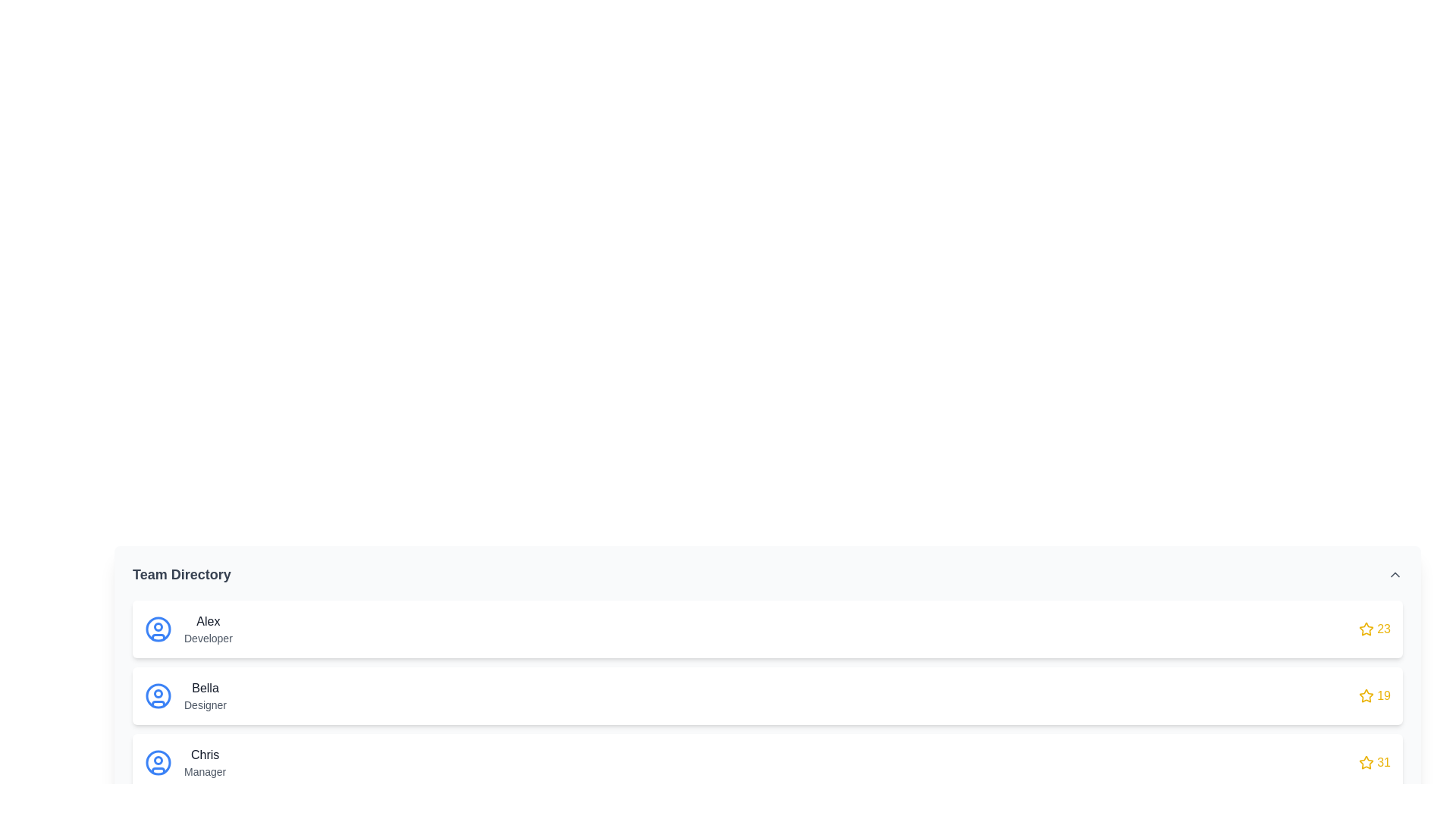  What do you see at coordinates (207, 629) in the screenshot?
I see `the Text Label that displays the name and role of the first team member in the 'Team Directory' section, located to the right of the circular user icon` at bounding box center [207, 629].